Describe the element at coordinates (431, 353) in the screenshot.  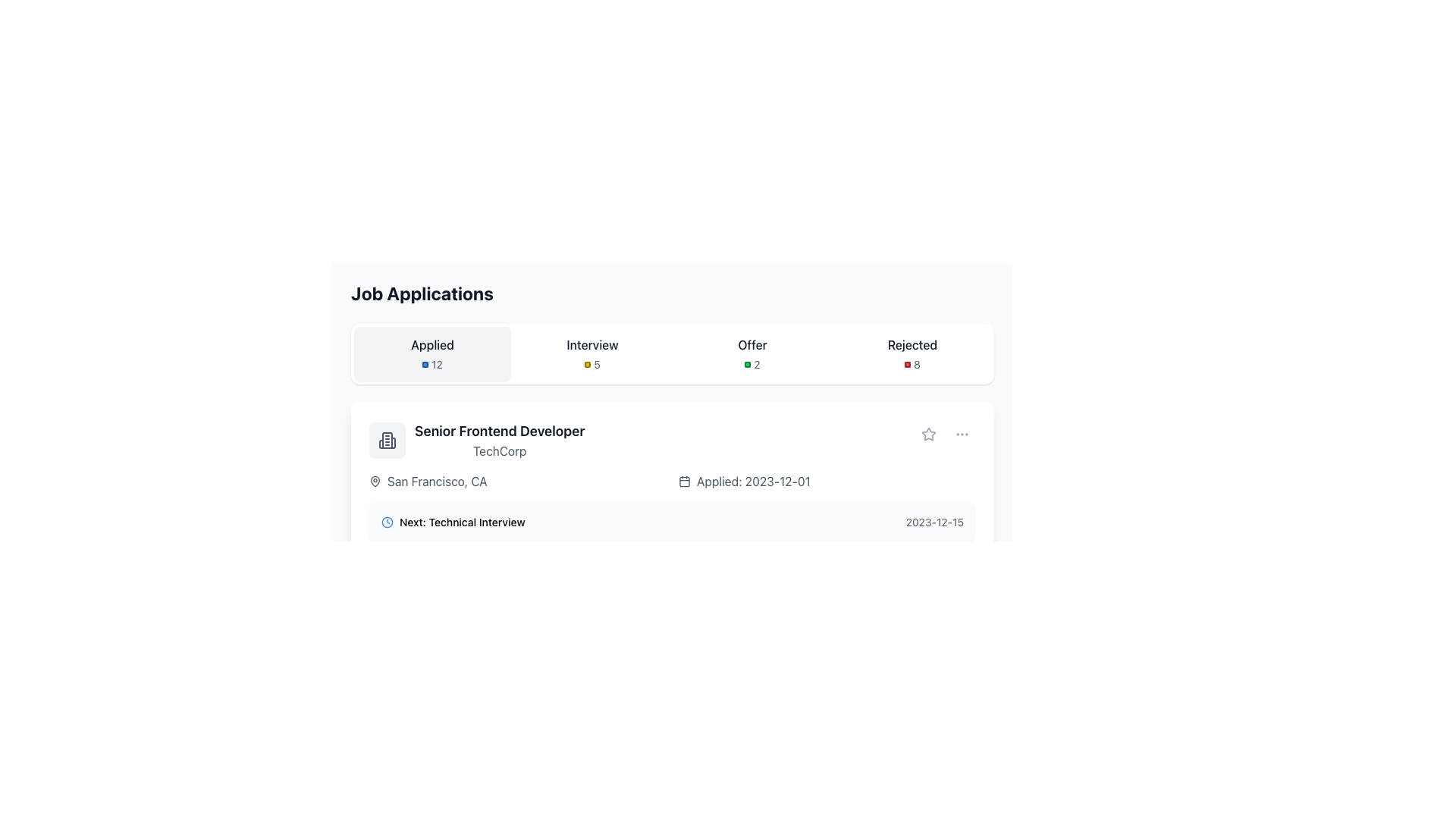
I see `the interactive status card indicating the number of jobs applied for` at that location.